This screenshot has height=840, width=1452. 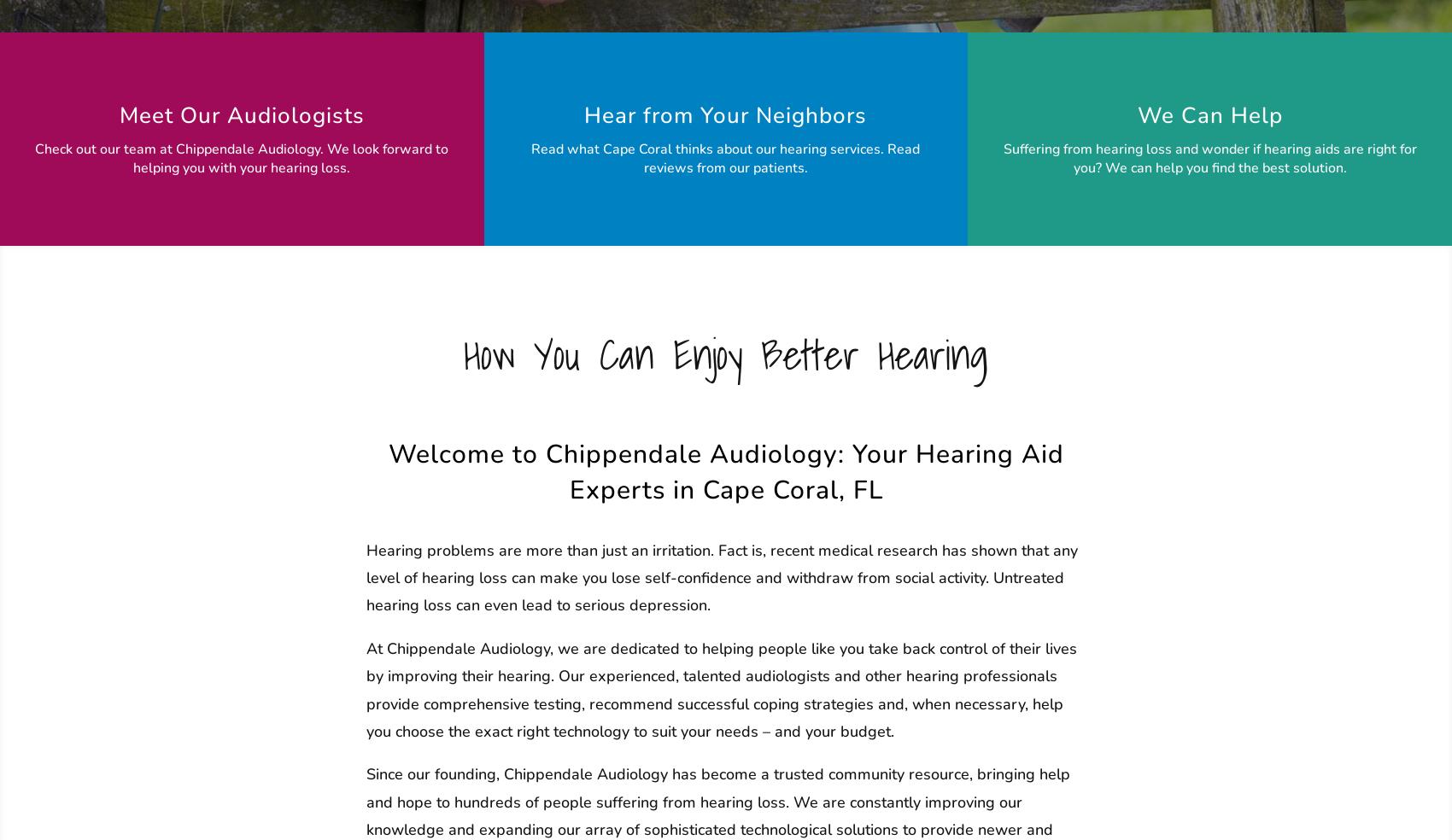 What do you see at coordinates (530, 158) in the screenshot?
I see `'Read what Cape Coral thinks about our hearing services. Read reviews from our patients.'` at bounding box center [530, 158].